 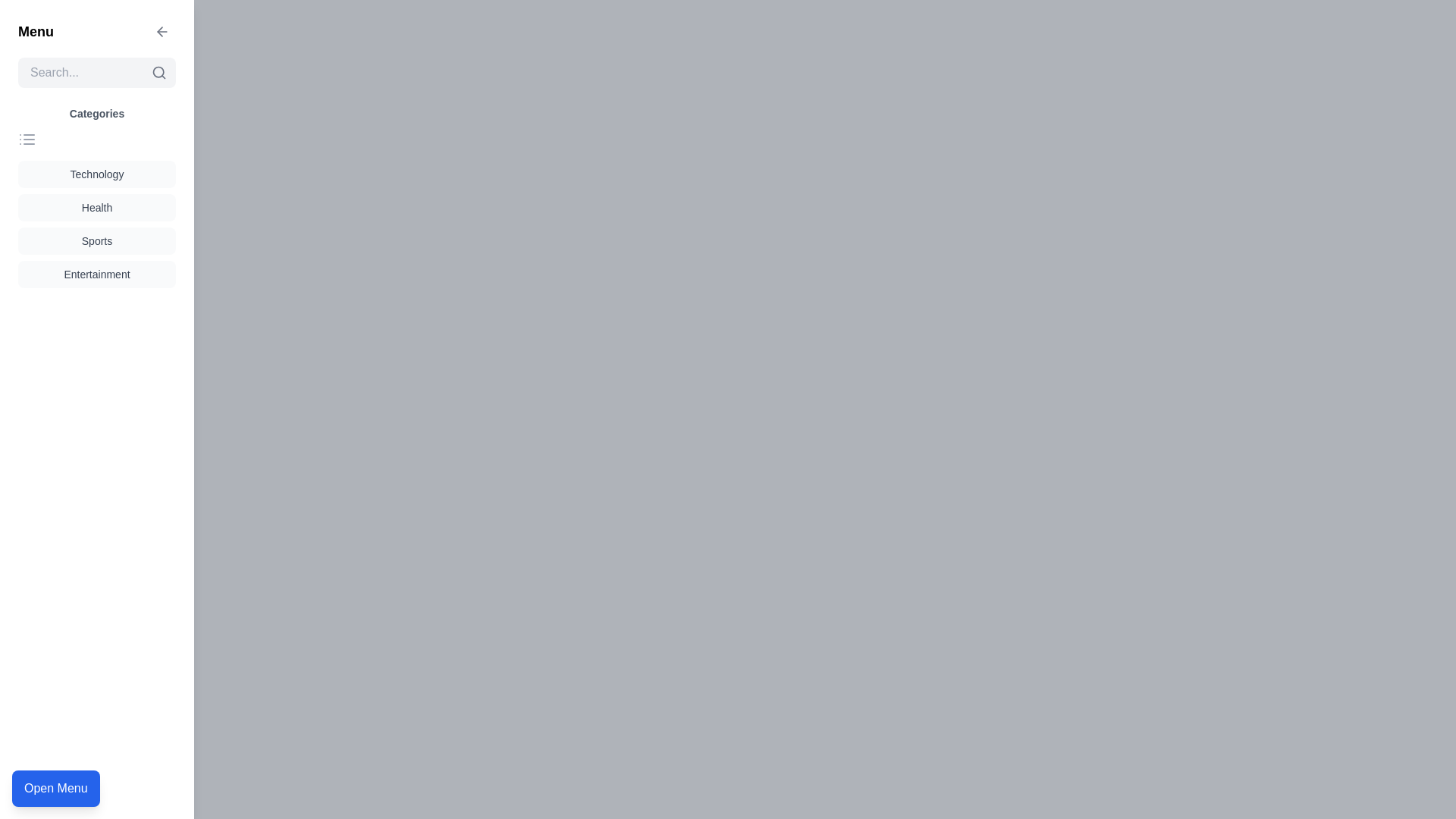 I want to click on the 'Menu' Text Label in the sidebar which serves as an informational title for the section, so click(x=36, y=32).